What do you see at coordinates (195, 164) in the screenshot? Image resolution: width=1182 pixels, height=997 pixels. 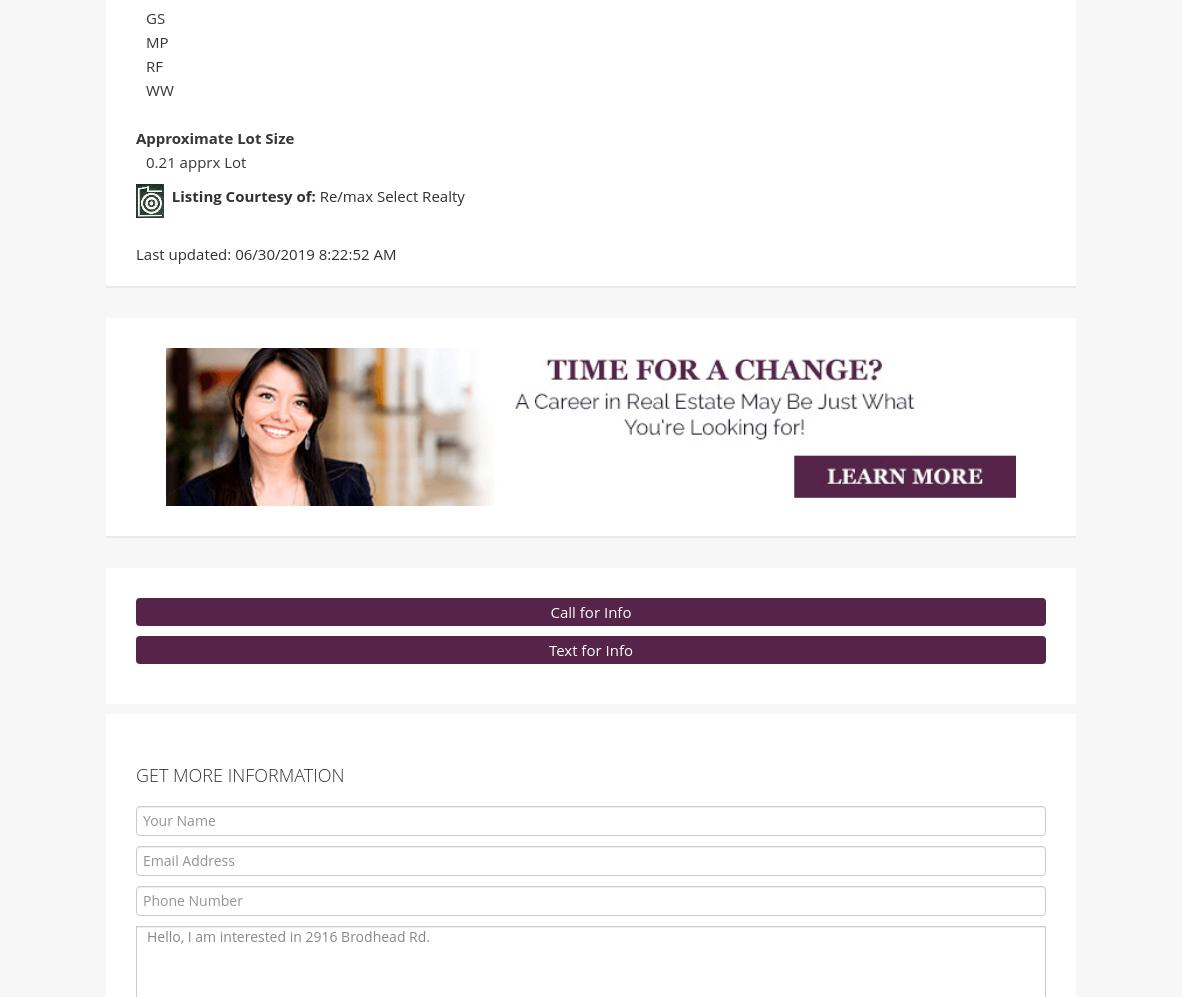 I see `'0.21 apprx Lot'` at bounding box center [195, 164].